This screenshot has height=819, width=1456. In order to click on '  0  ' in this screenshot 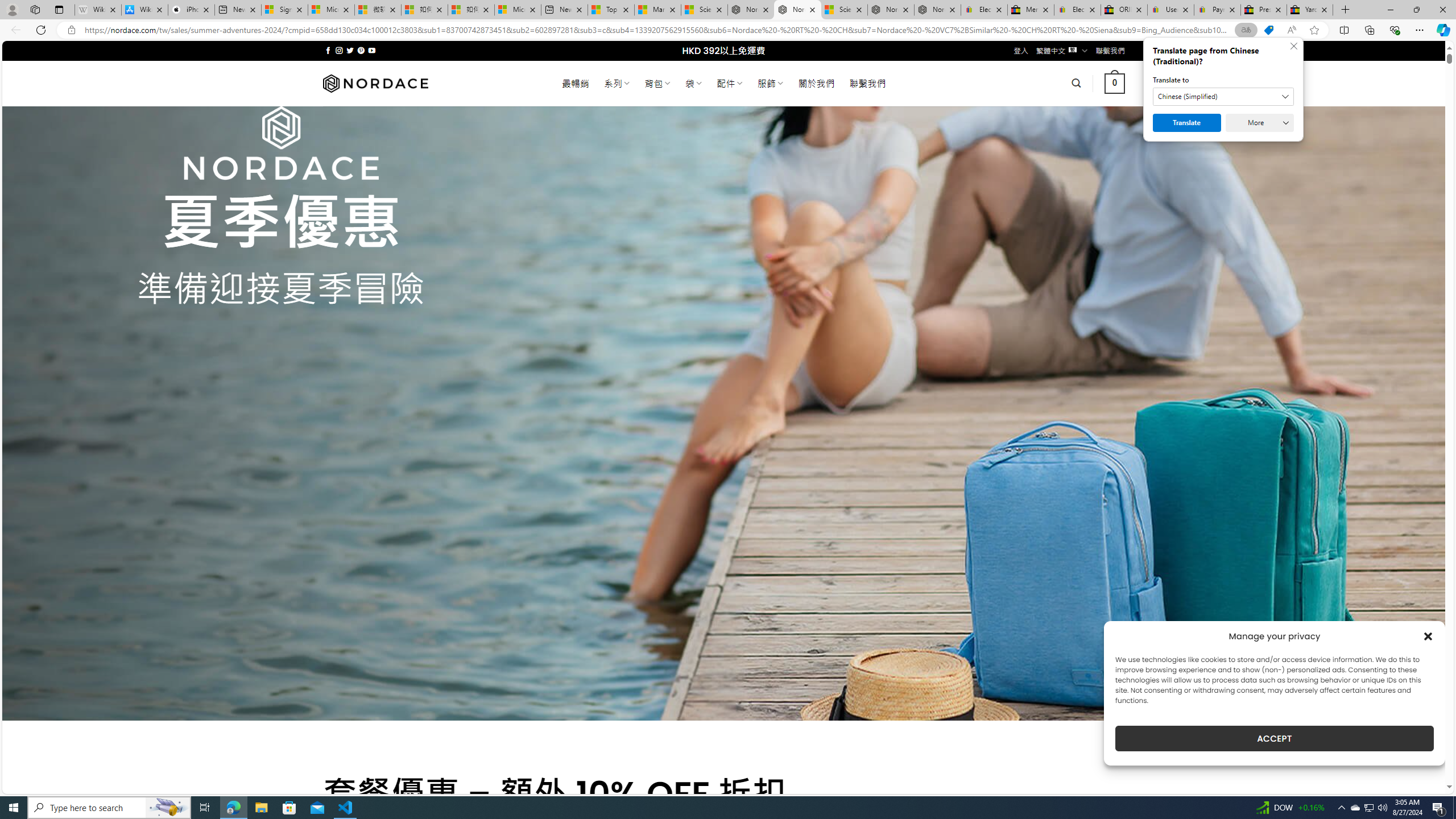, I will do `click(1115, 82)`.